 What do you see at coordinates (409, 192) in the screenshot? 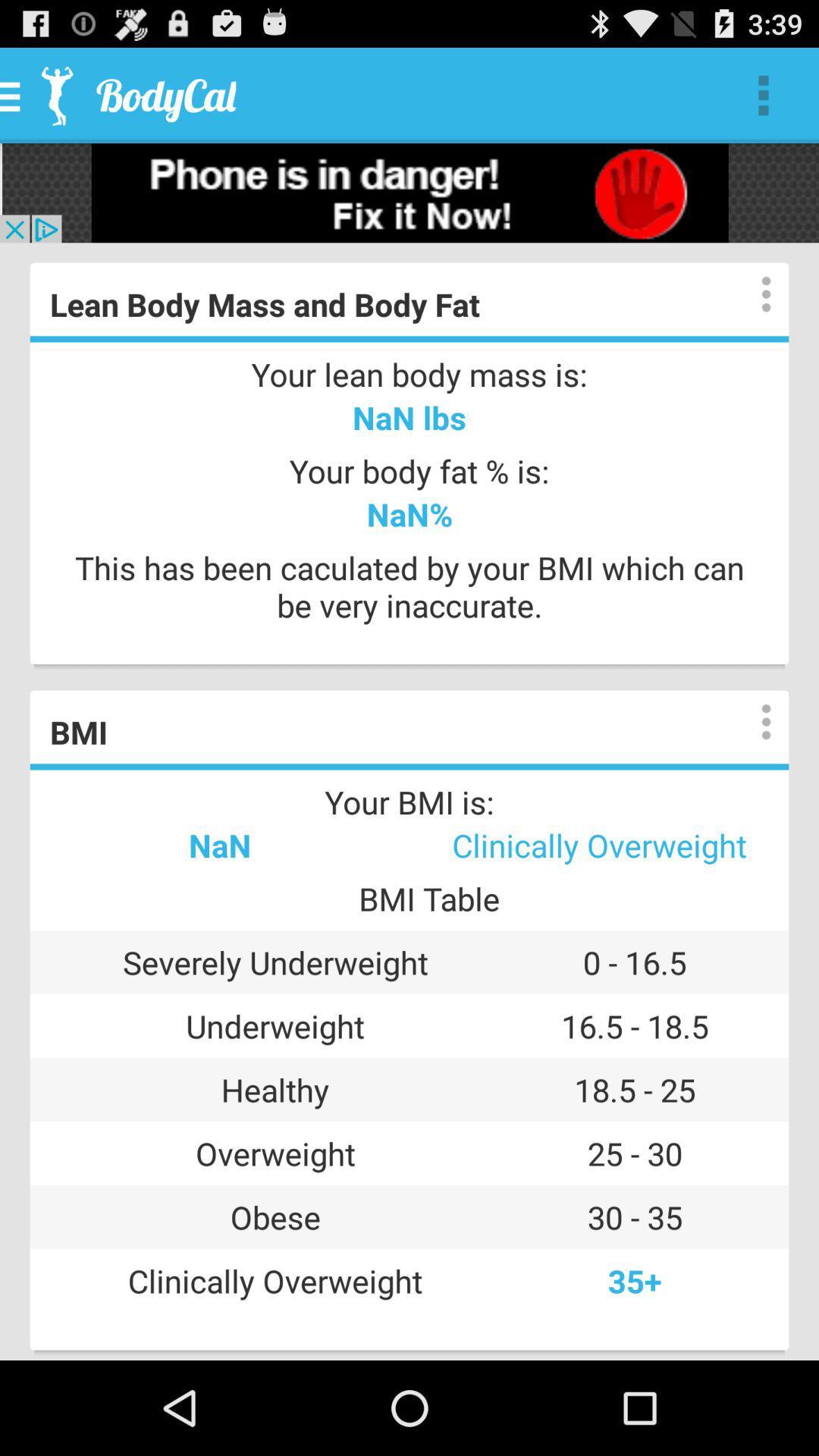
I see `banner advertisement` at bounding box center [409, 192].